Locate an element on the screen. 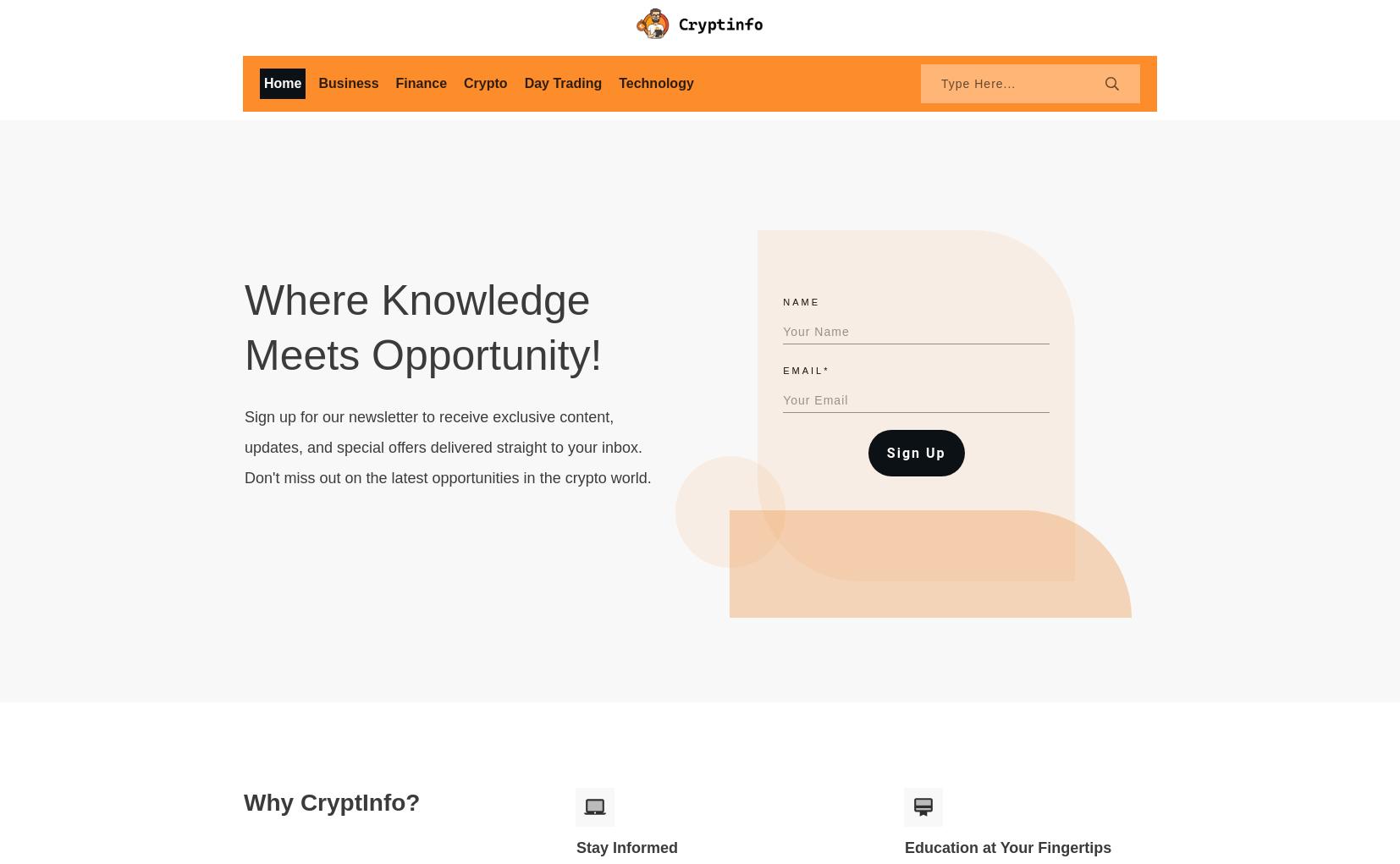 This screenshot has width=1400, height=864. 'Why CryptInfo?' is located at coordinates (330, 801).